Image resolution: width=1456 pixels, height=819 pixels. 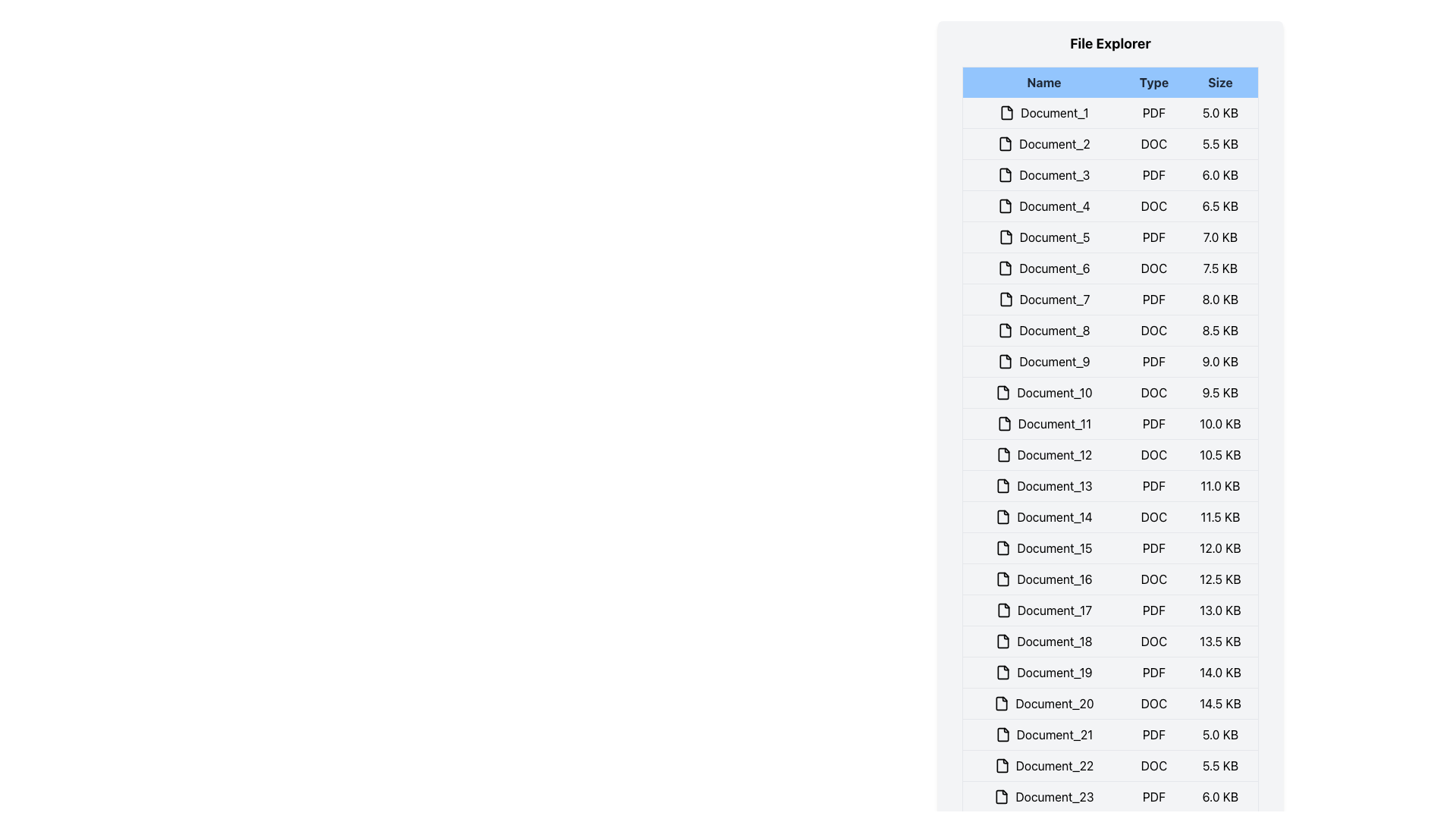 What do you see at coordinates (1110, 704) in the screenshot?
I see `the list item representing the file named 'Document_20' with format 'DOC' and size '14.5 KB'` at bounding box center [1110, 704].